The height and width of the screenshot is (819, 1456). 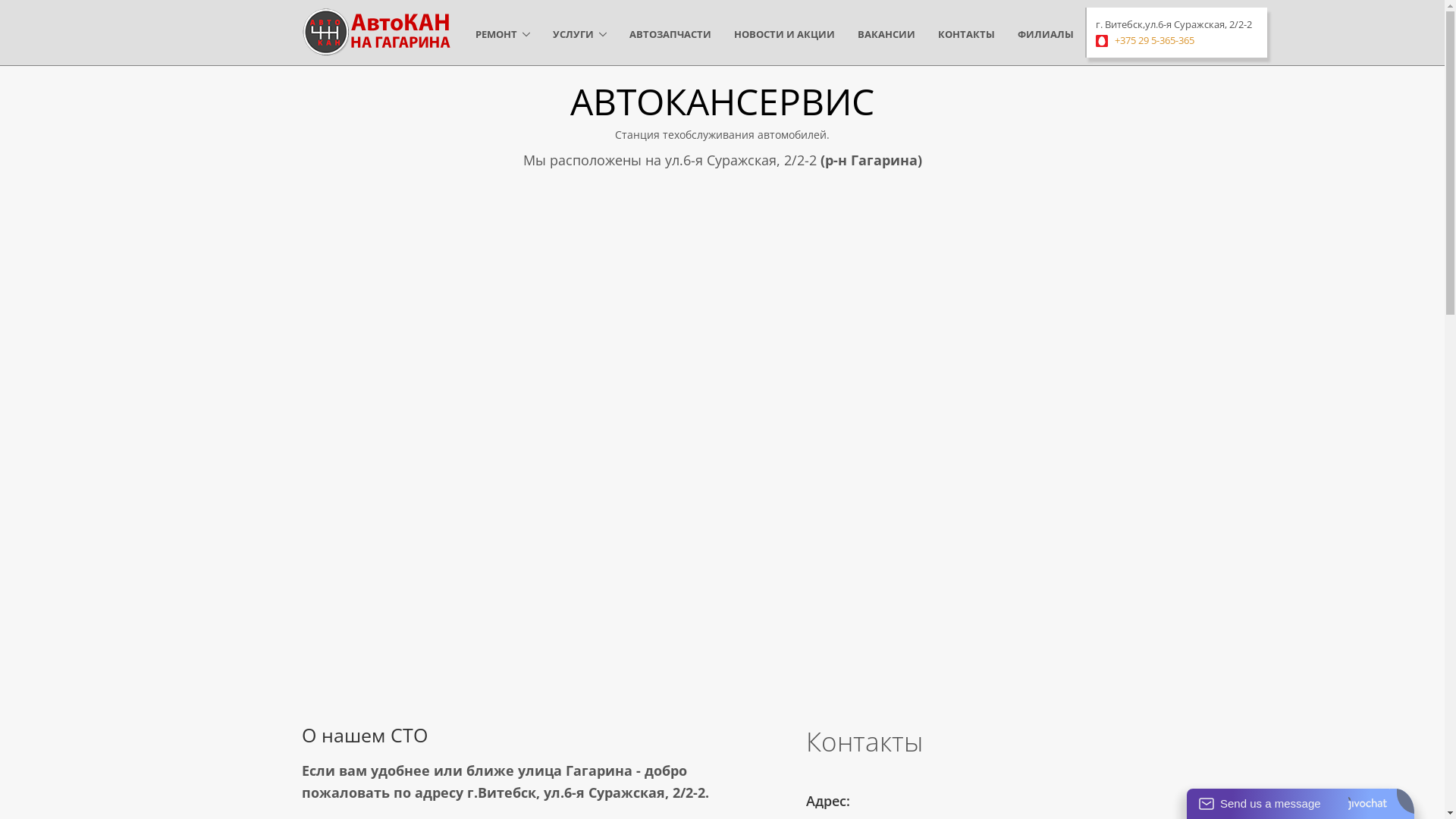 I want to click on '+375 29 5-365-365', so click(x=1153, y=39).